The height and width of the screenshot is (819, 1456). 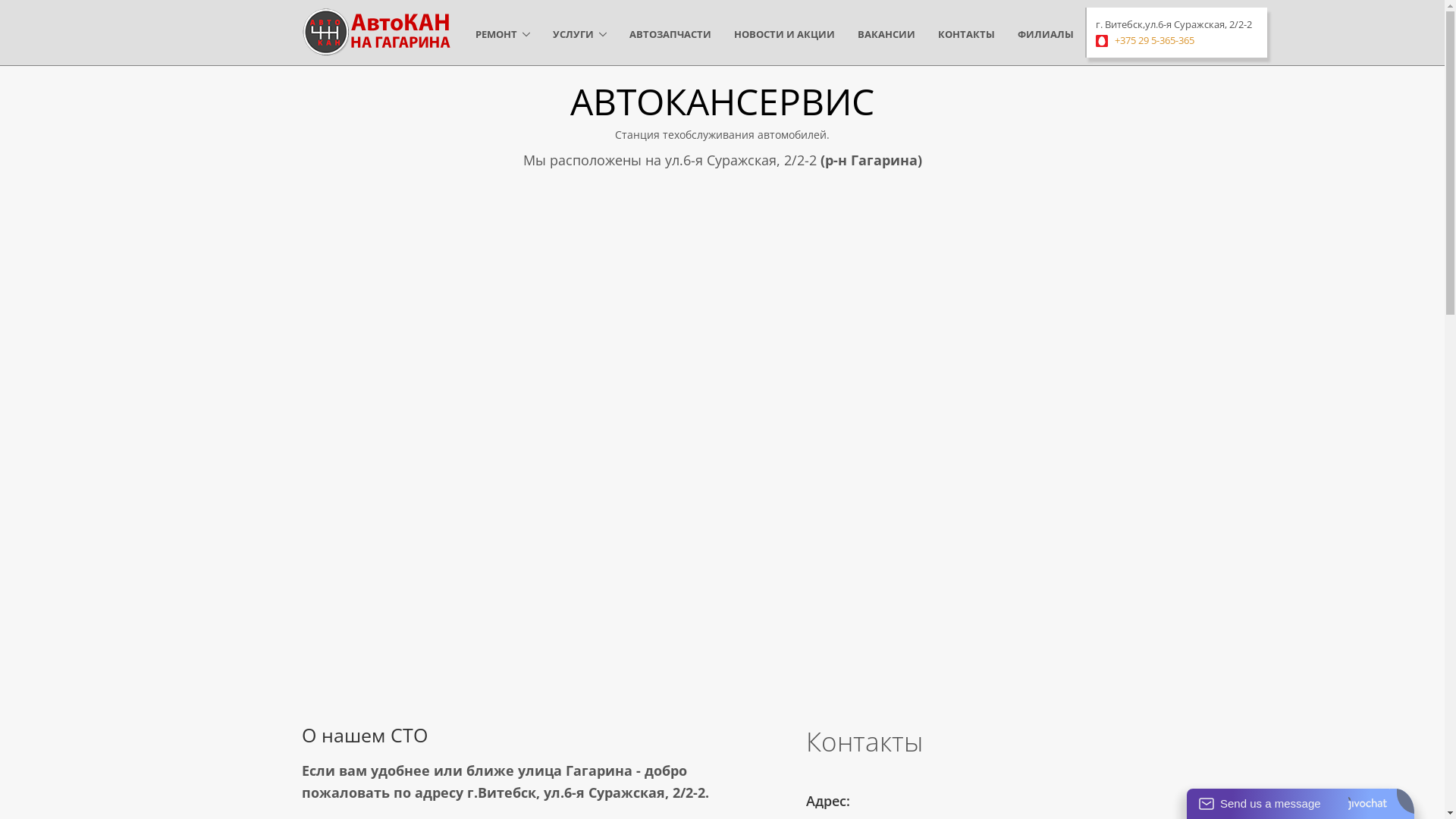 I want to click on '+375 29 5-365-365', so click(x=1153, y=39).